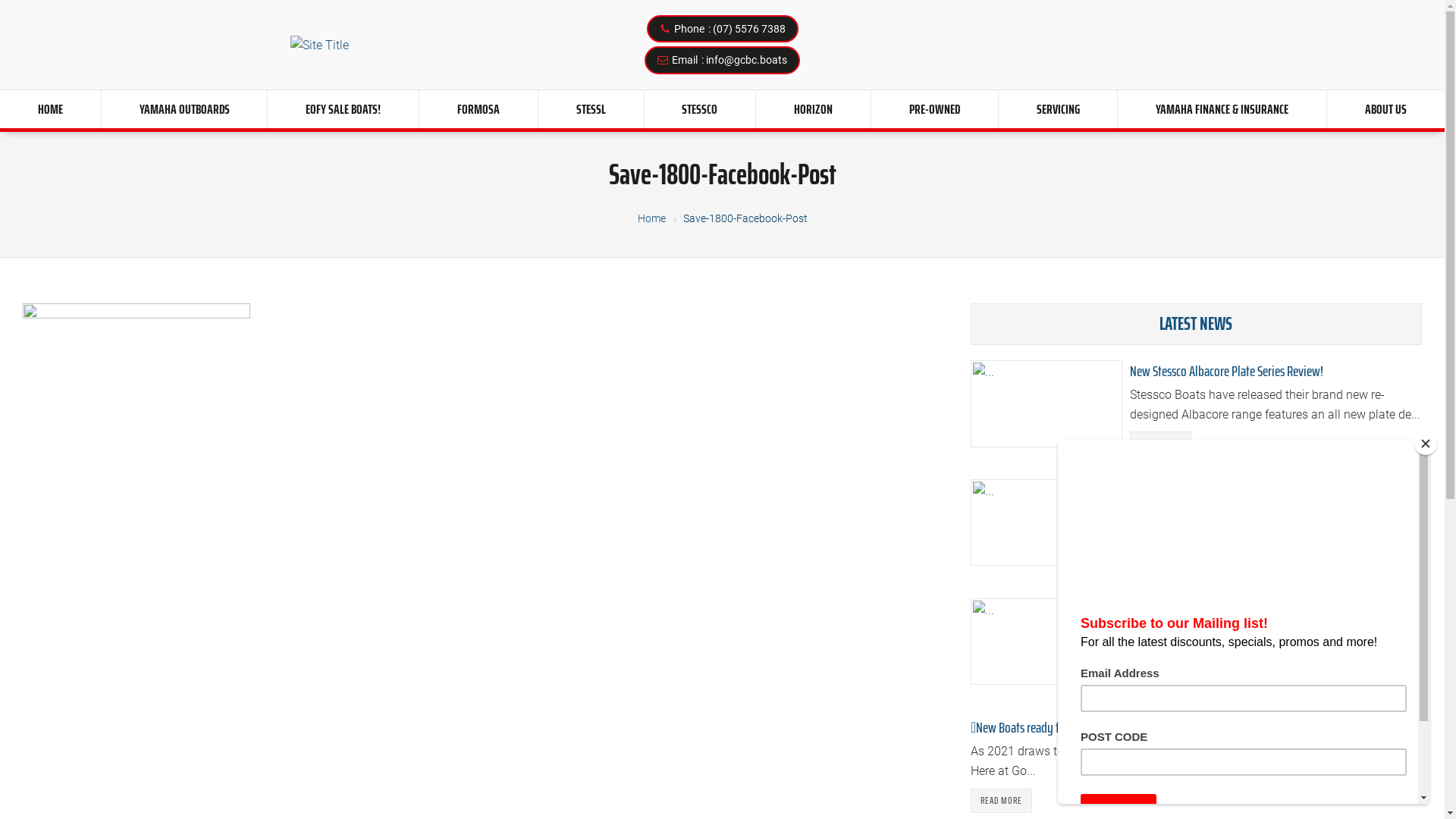  I want to click on 'YAMAHA FINANCE & INSURANCE', so click(1222, 108).